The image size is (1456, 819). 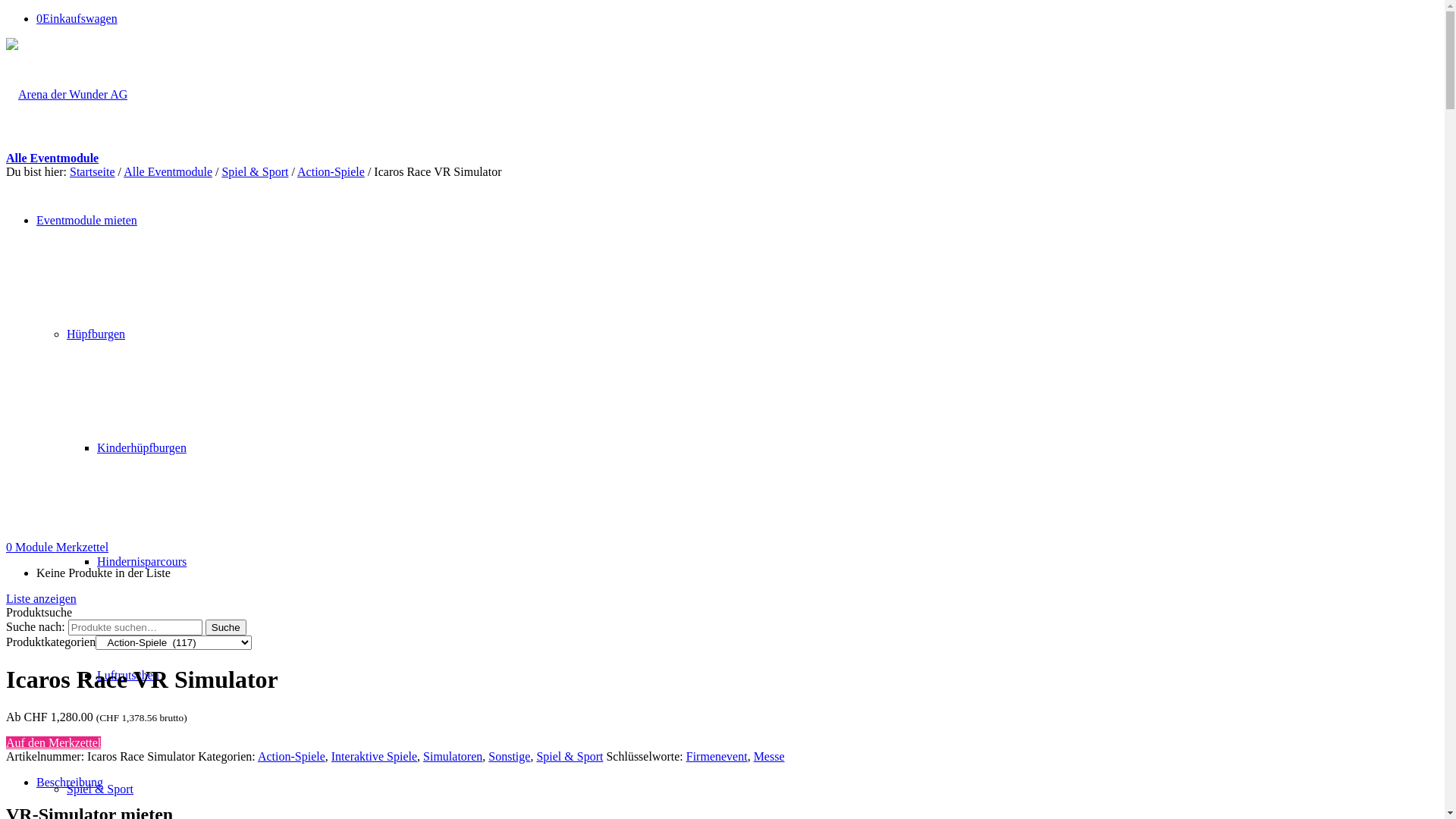 What do you see at coordinates (68, 782) in the screenshot?
I see `'Beschreibung'` at bounding box center [68, 782].